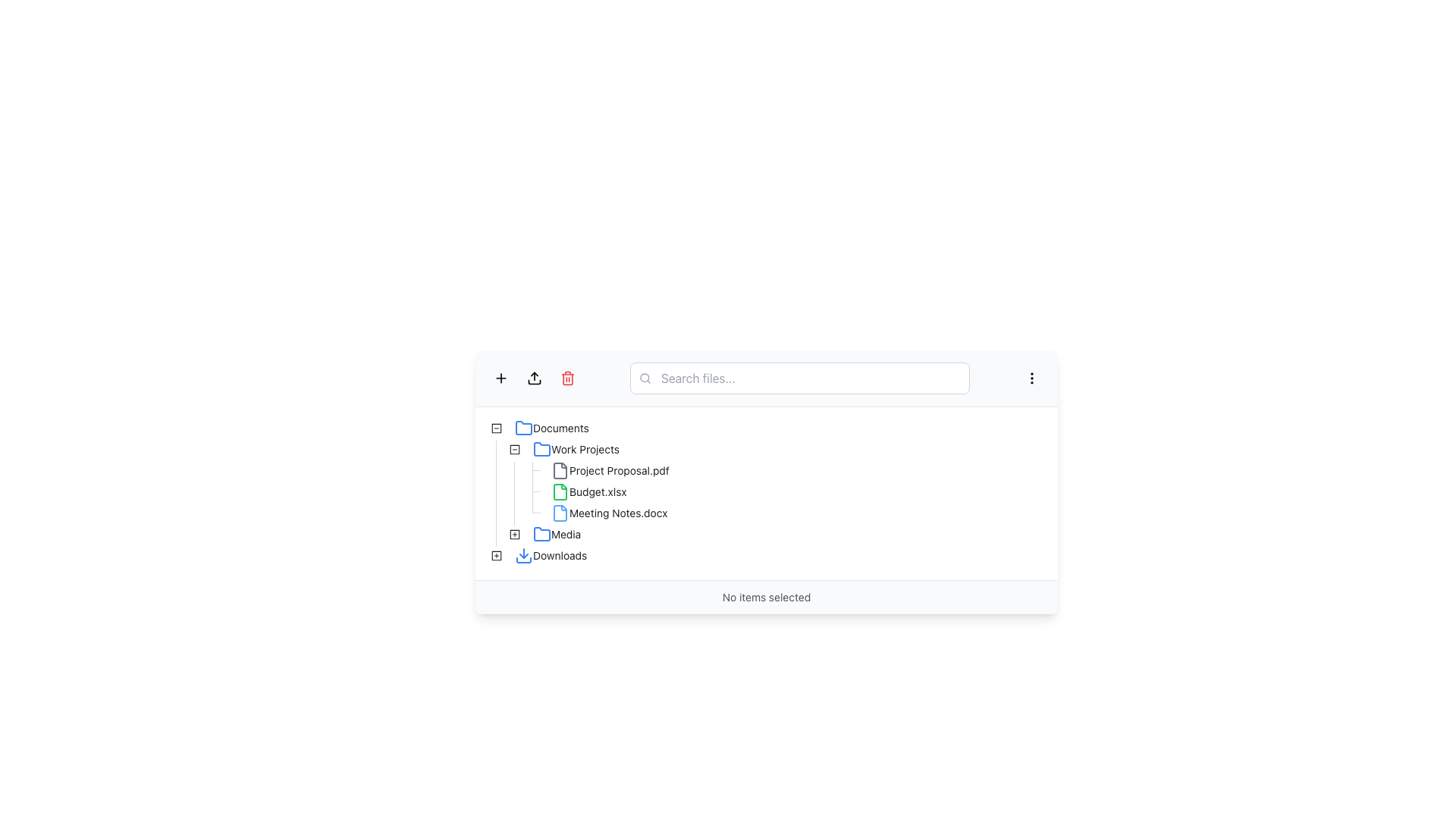  What do you see at coordinates (550, 555) in the screenshot?
I see `to select the 'Downloads' folder item located in the left-hand file directory panel under the 'Media' folder` at bounding box center [550, 555].